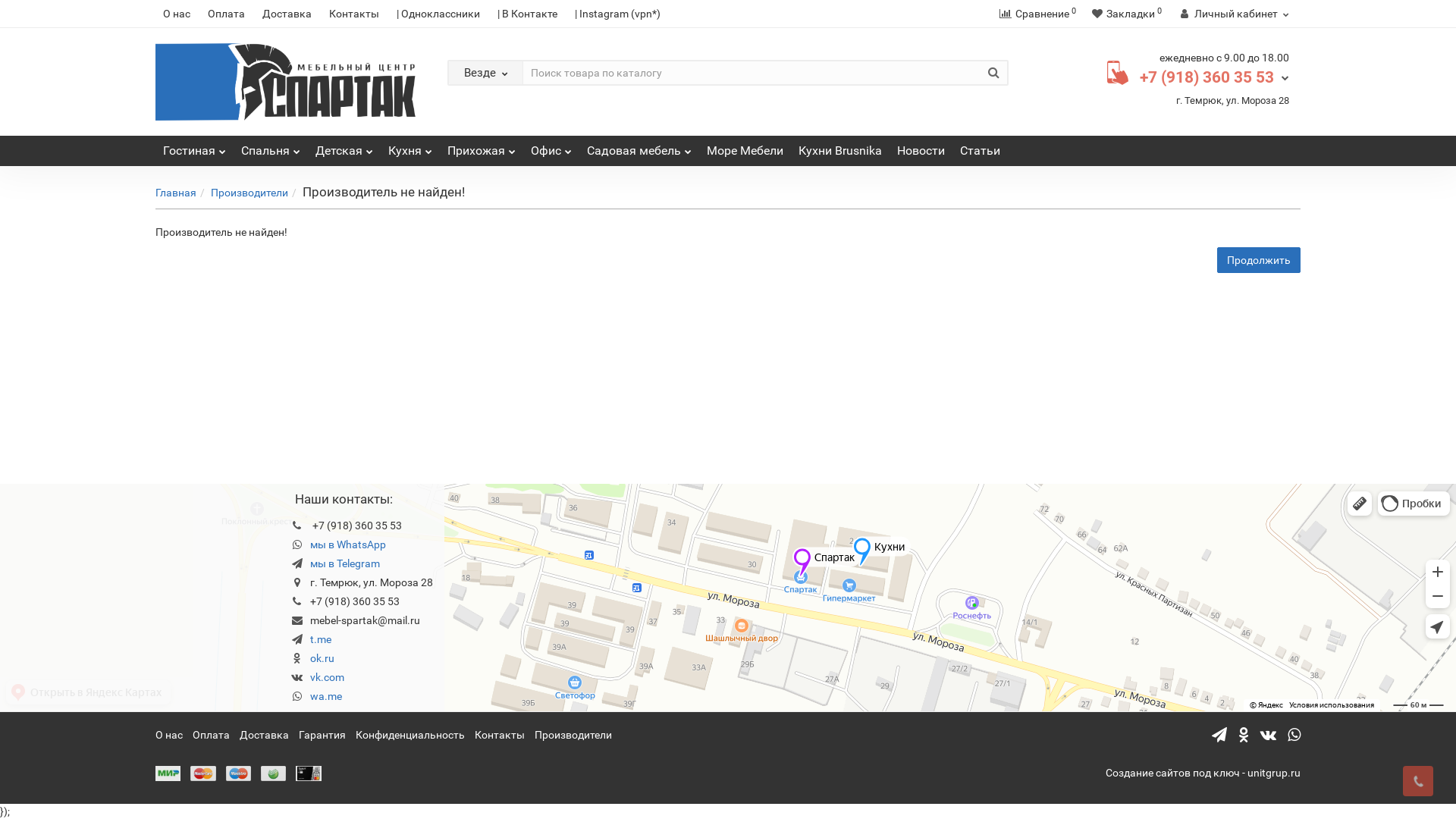  I want to click on '+7 (918) 360 35 53', so click(1139, 76).